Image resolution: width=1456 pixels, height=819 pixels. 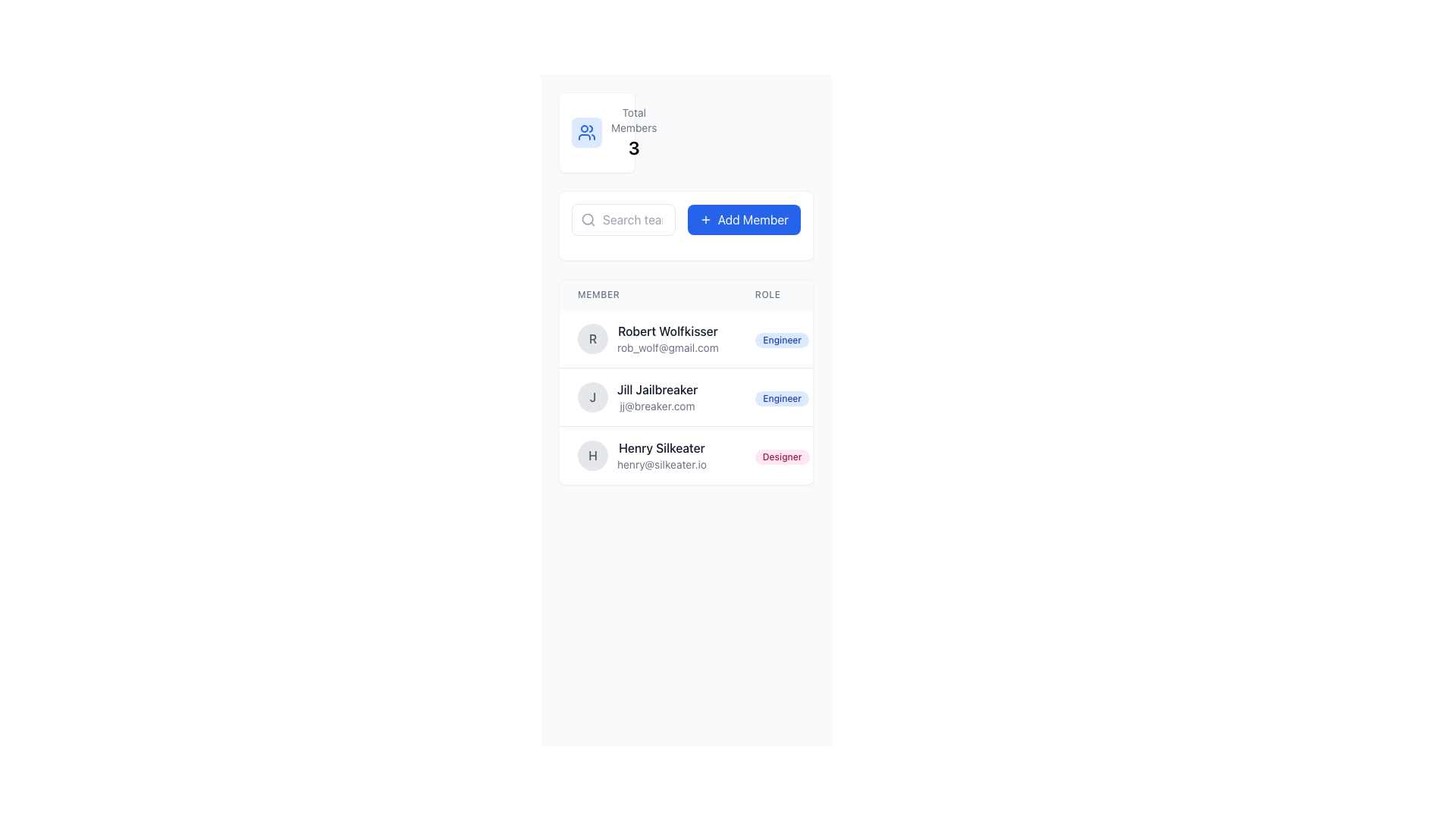 I want to click on the user profile entry displaying the circular avatar with the initial 'R', the name 'Robert Wolfkisser' in bold, and the email 'rob_wolf@gmail.com', which is the top entry in the list of profiles, so click(x=648, y=338).